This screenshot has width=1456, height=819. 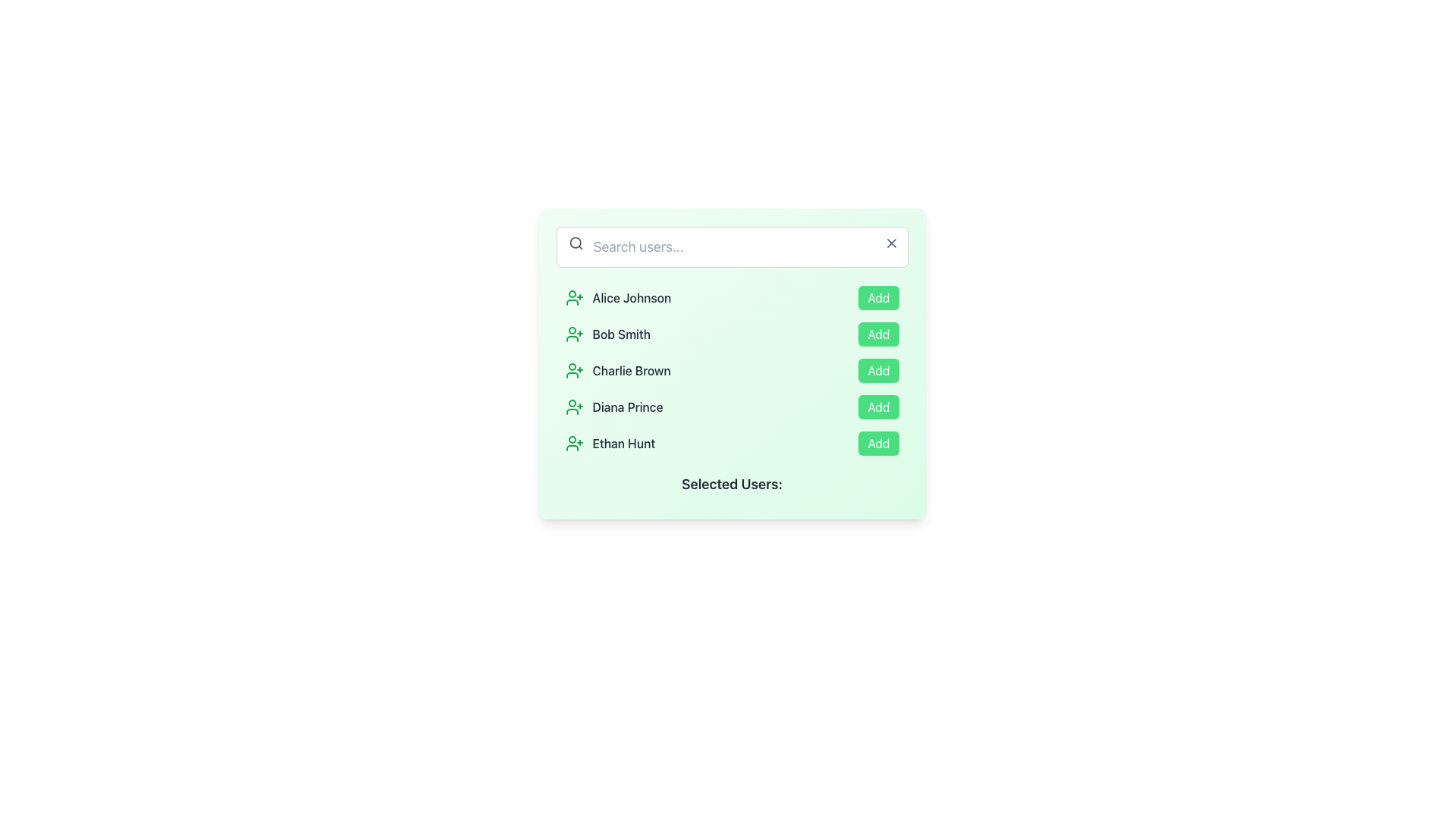 I want to click on the green 'Add' button with white text, located to the right of 'Bob Smith', which is the second button in the list, so click(x=878, y=333).